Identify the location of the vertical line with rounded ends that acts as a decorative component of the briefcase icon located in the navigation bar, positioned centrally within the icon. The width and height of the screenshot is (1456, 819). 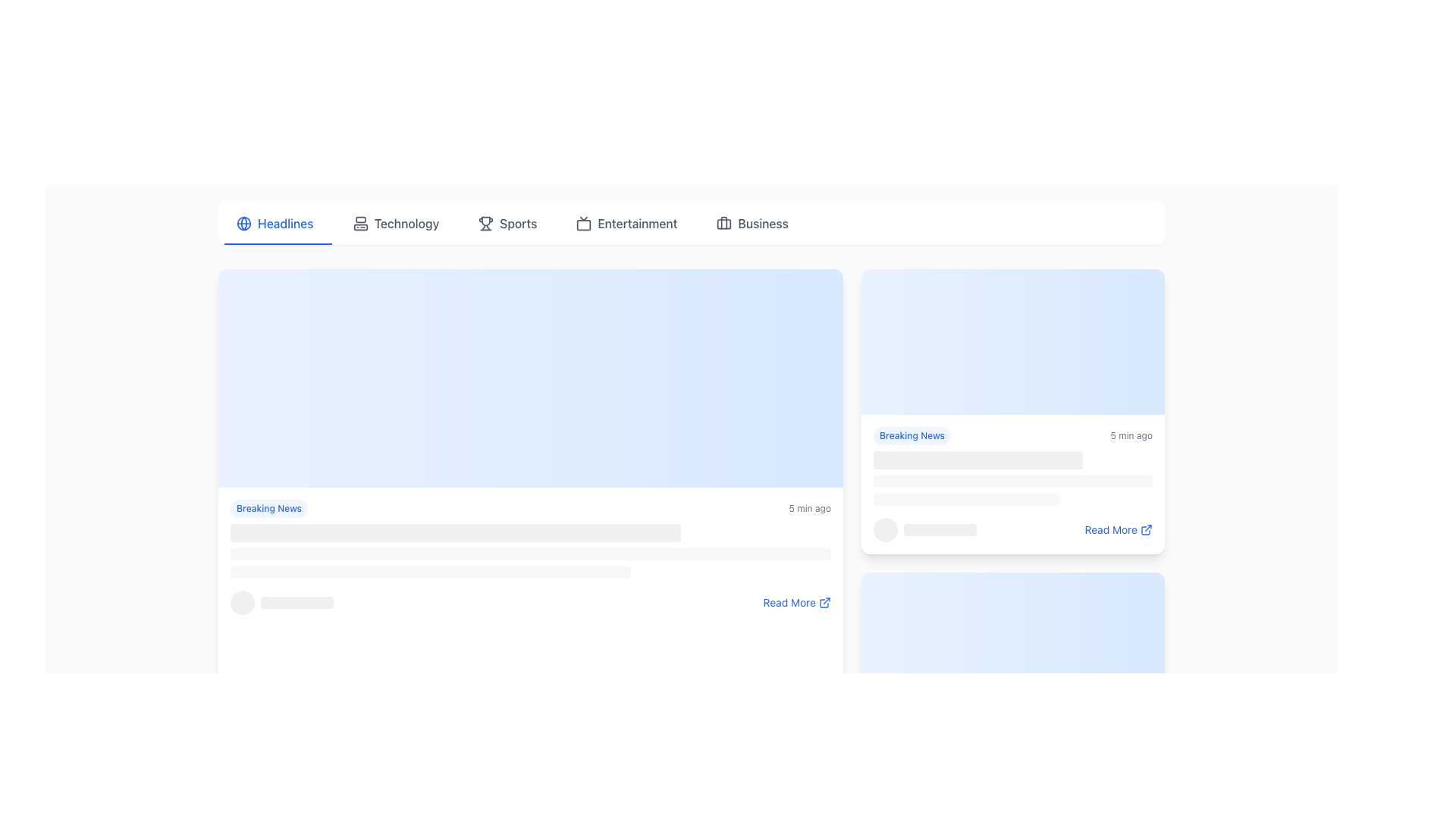
(723, 223).